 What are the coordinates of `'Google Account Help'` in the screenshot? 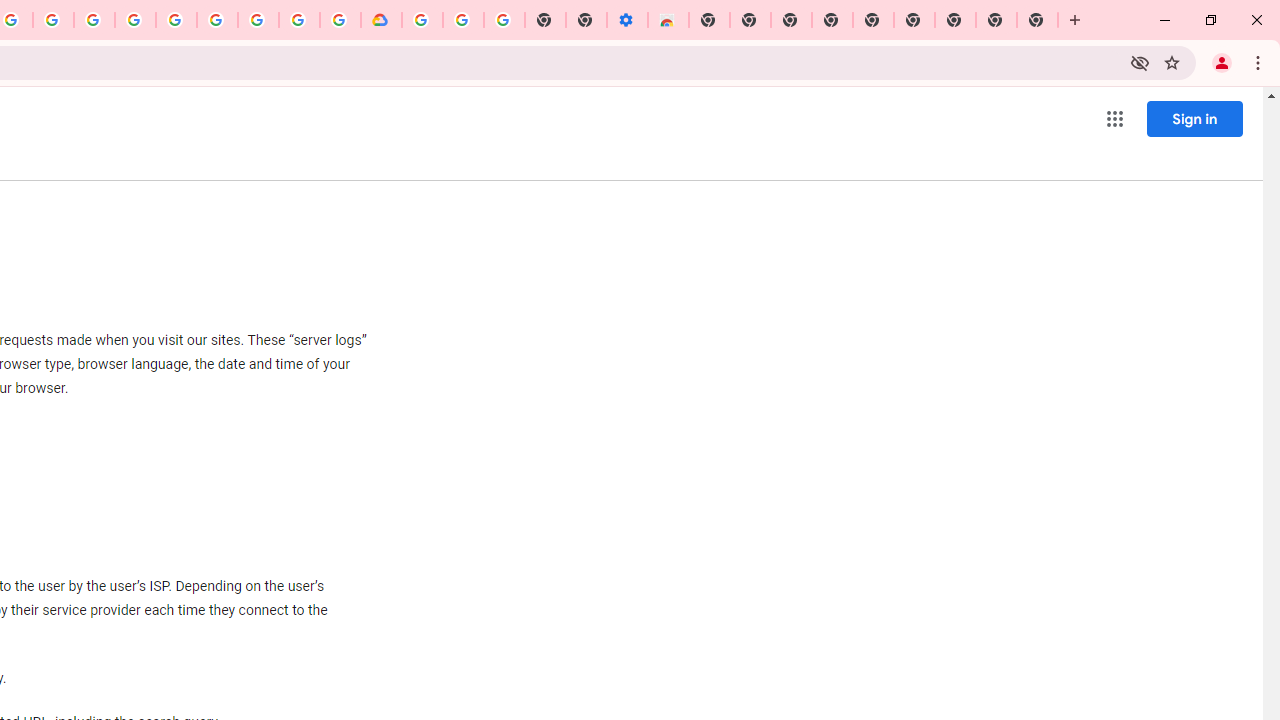 It's located at (462, 20).